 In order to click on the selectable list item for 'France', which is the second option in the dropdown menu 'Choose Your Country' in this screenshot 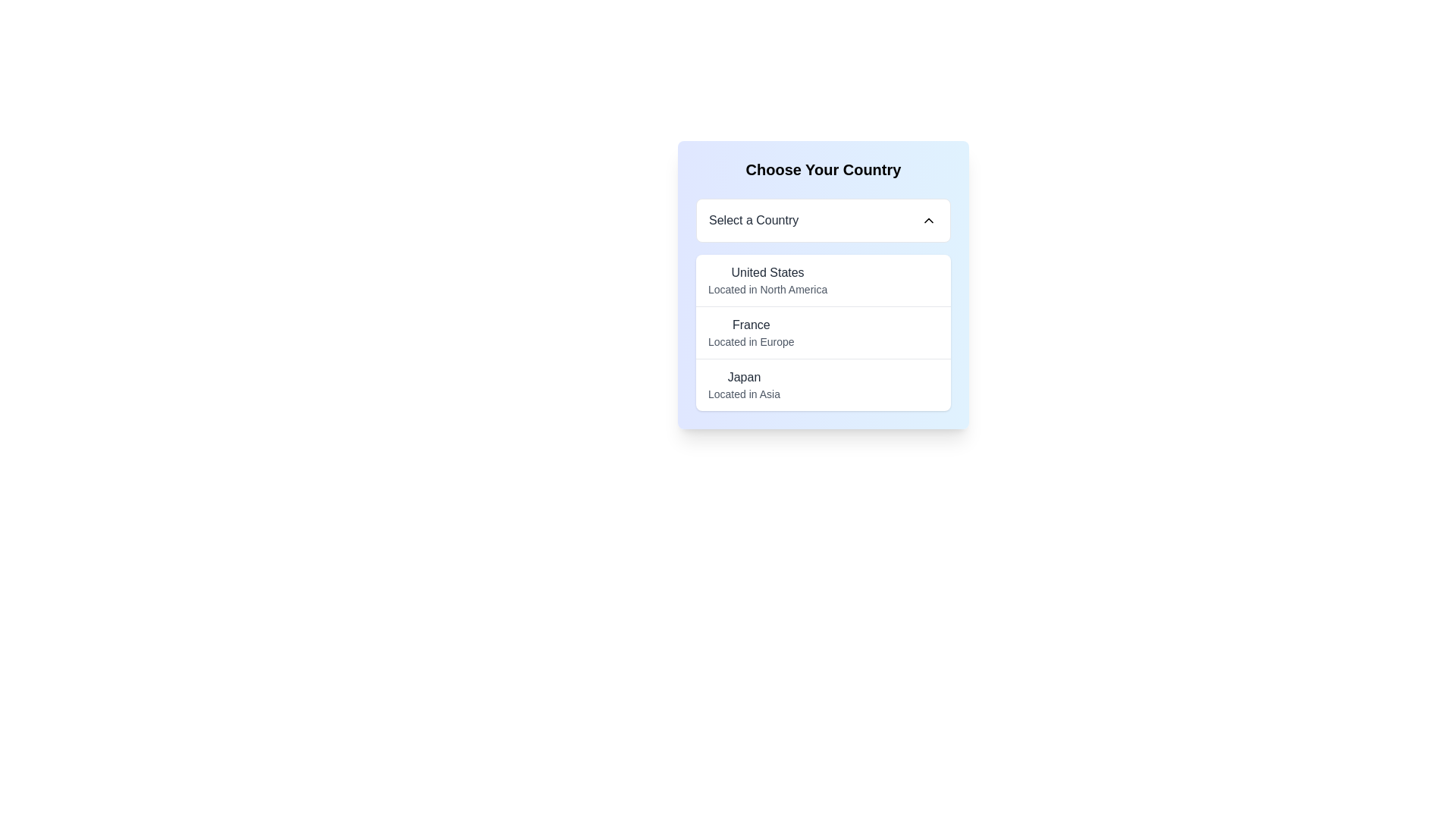, I will do `click(751, 332)`.